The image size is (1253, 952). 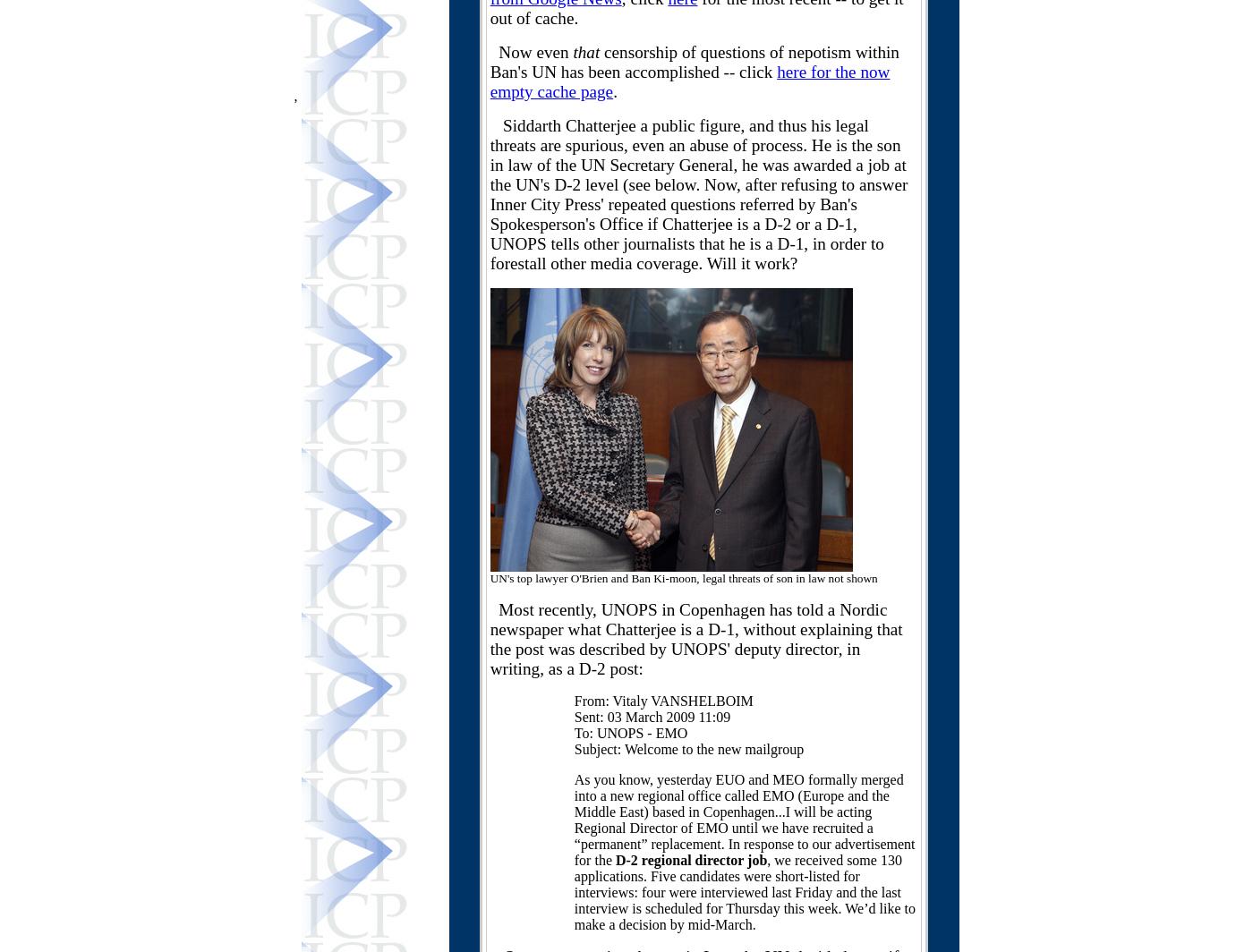 I want to click on 'Now even', so click(x=531, y=52).